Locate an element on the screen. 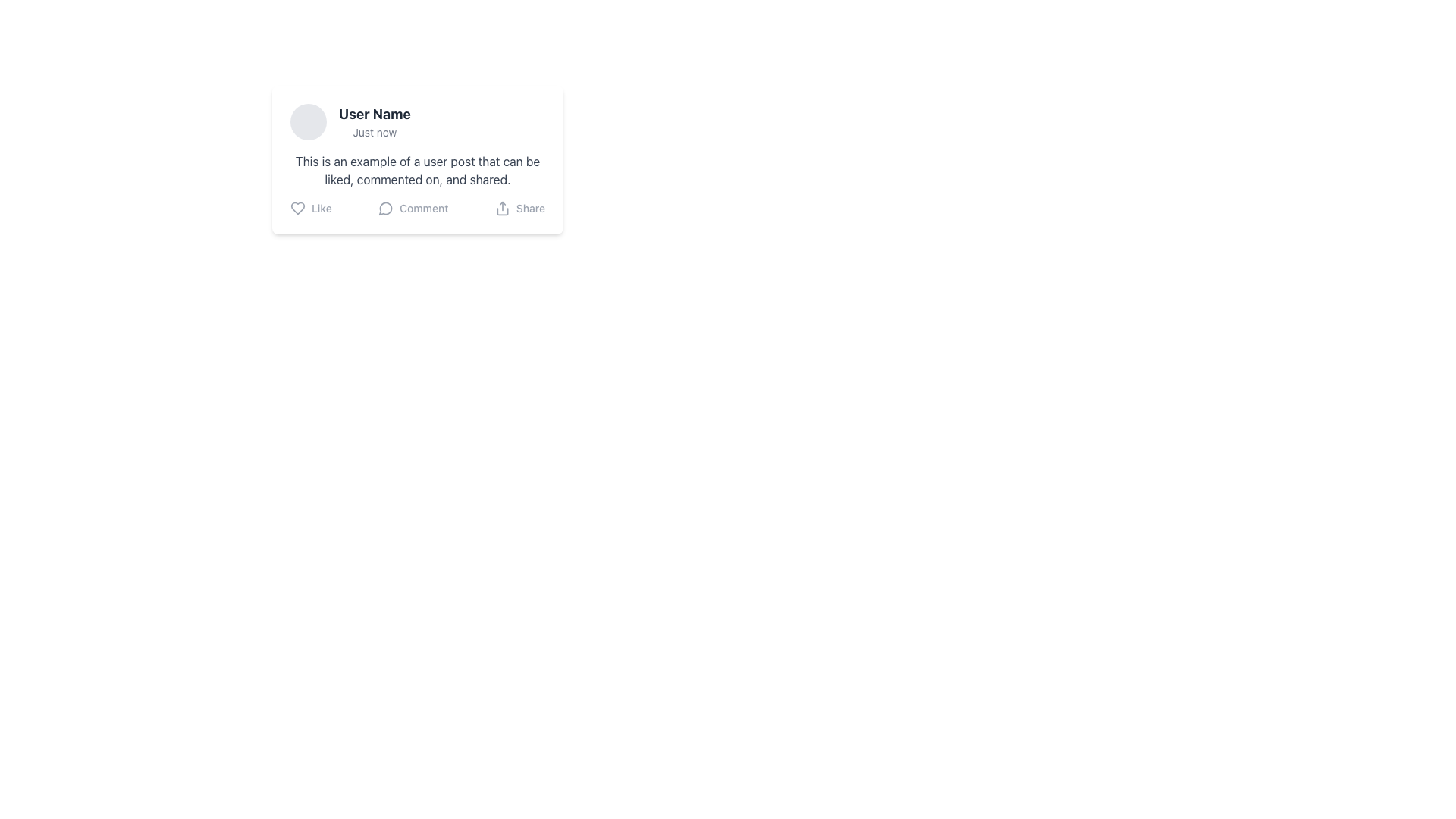 The width and height of the screenshot is (1456, 819). the 'Share' text label, which is styled in gray and positioned to the right of the share icon at the bottom right of the user post card is located at coordinates (530, 208).